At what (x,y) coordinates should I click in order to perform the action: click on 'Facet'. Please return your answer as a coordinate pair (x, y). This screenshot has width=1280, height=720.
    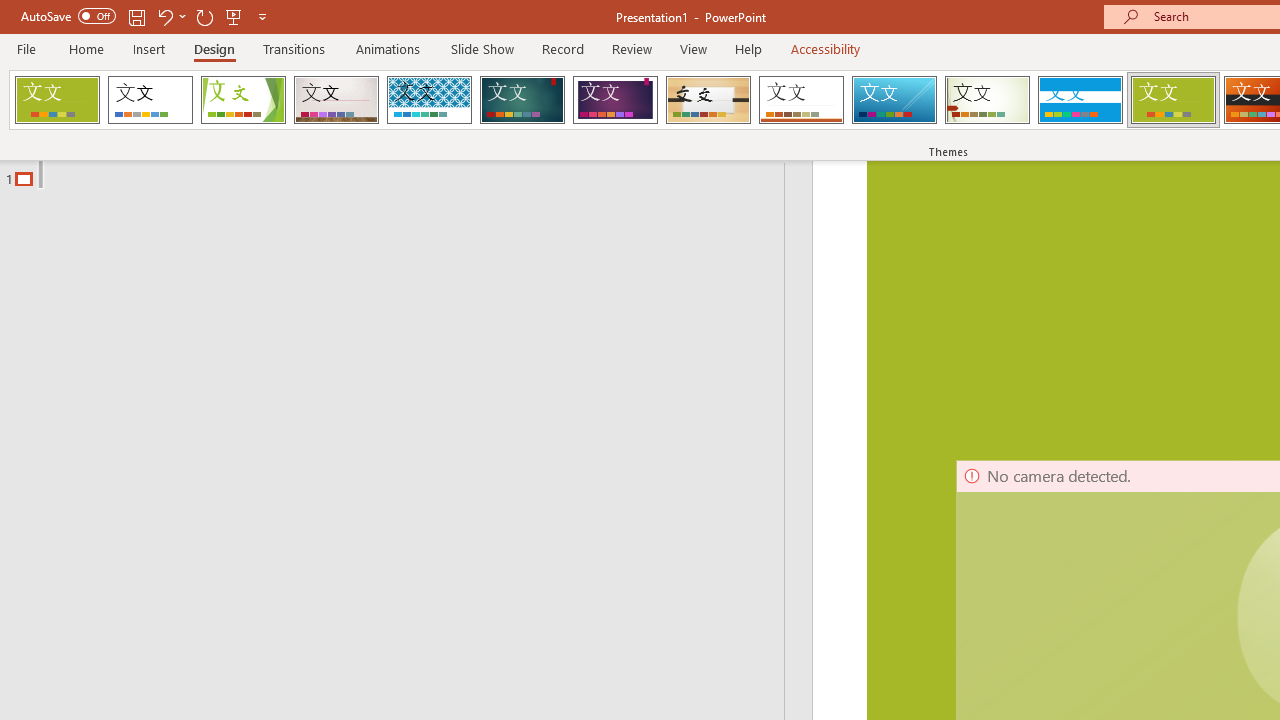
    Looking at the image, I should click on (242, 100).